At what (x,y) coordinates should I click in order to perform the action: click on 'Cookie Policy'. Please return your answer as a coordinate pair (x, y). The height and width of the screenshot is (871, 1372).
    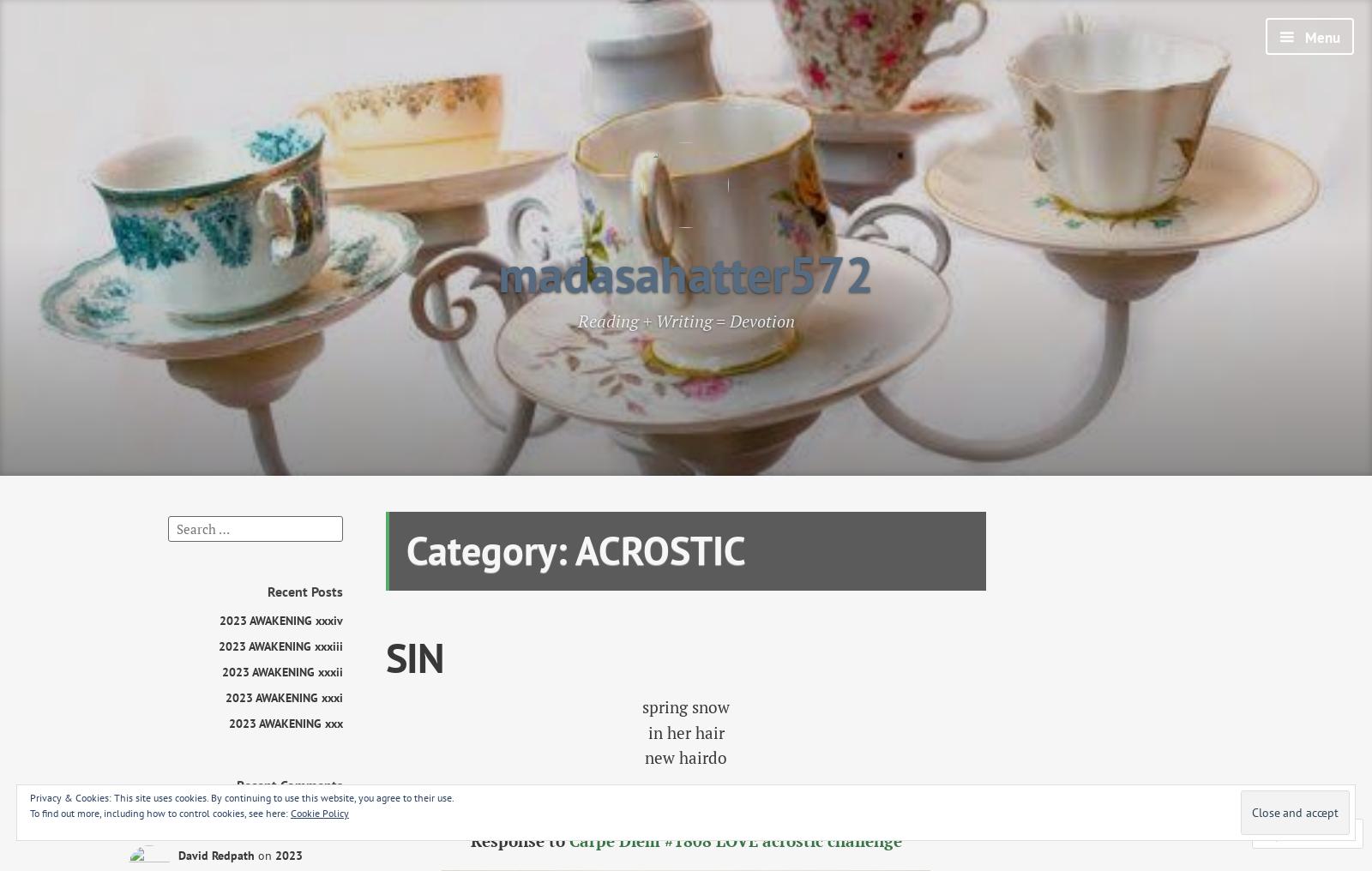
    Looking at the image, I should click on (319, 812).